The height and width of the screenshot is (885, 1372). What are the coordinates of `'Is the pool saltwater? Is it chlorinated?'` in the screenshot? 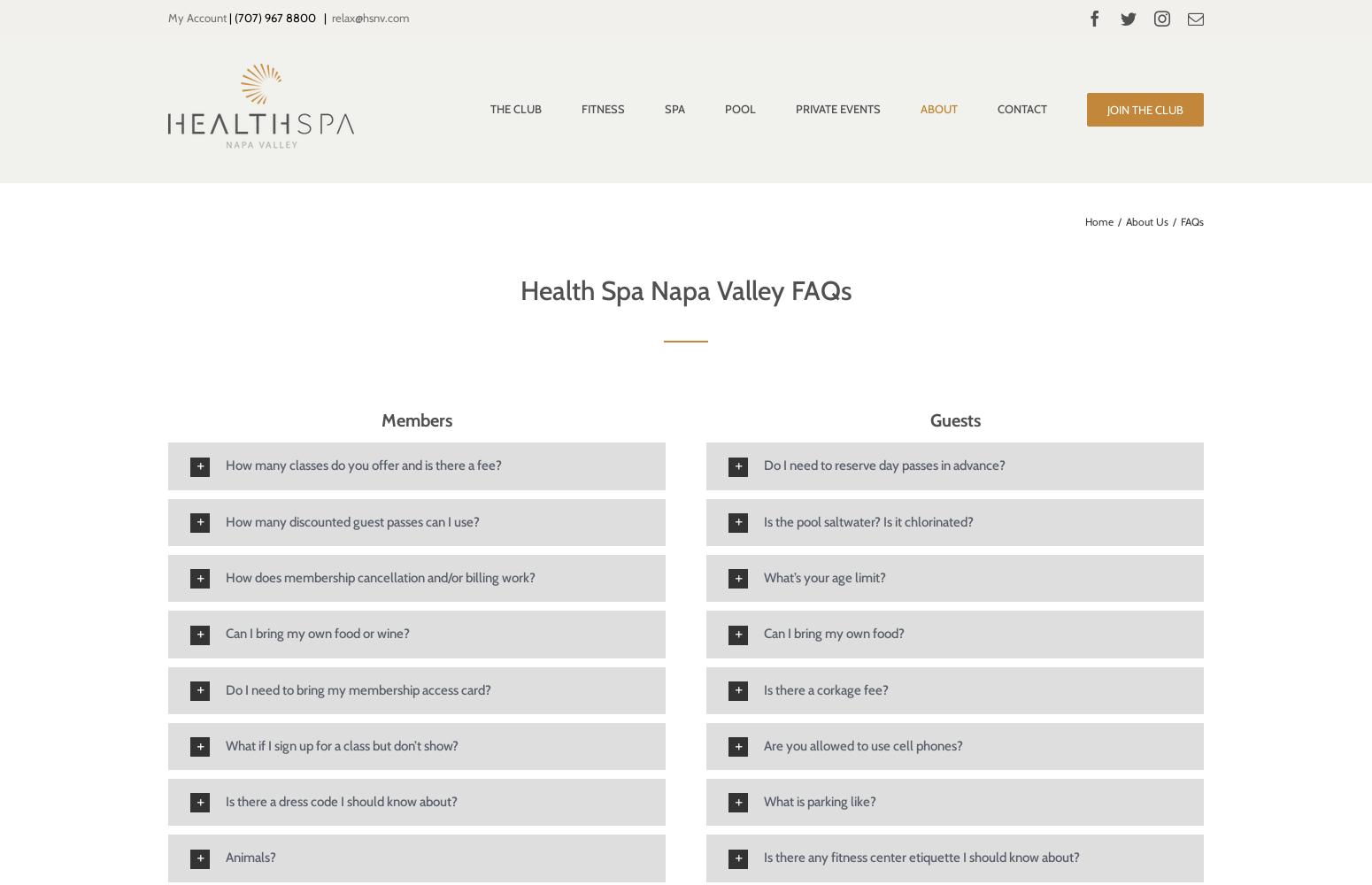 It's located at (867, 520).